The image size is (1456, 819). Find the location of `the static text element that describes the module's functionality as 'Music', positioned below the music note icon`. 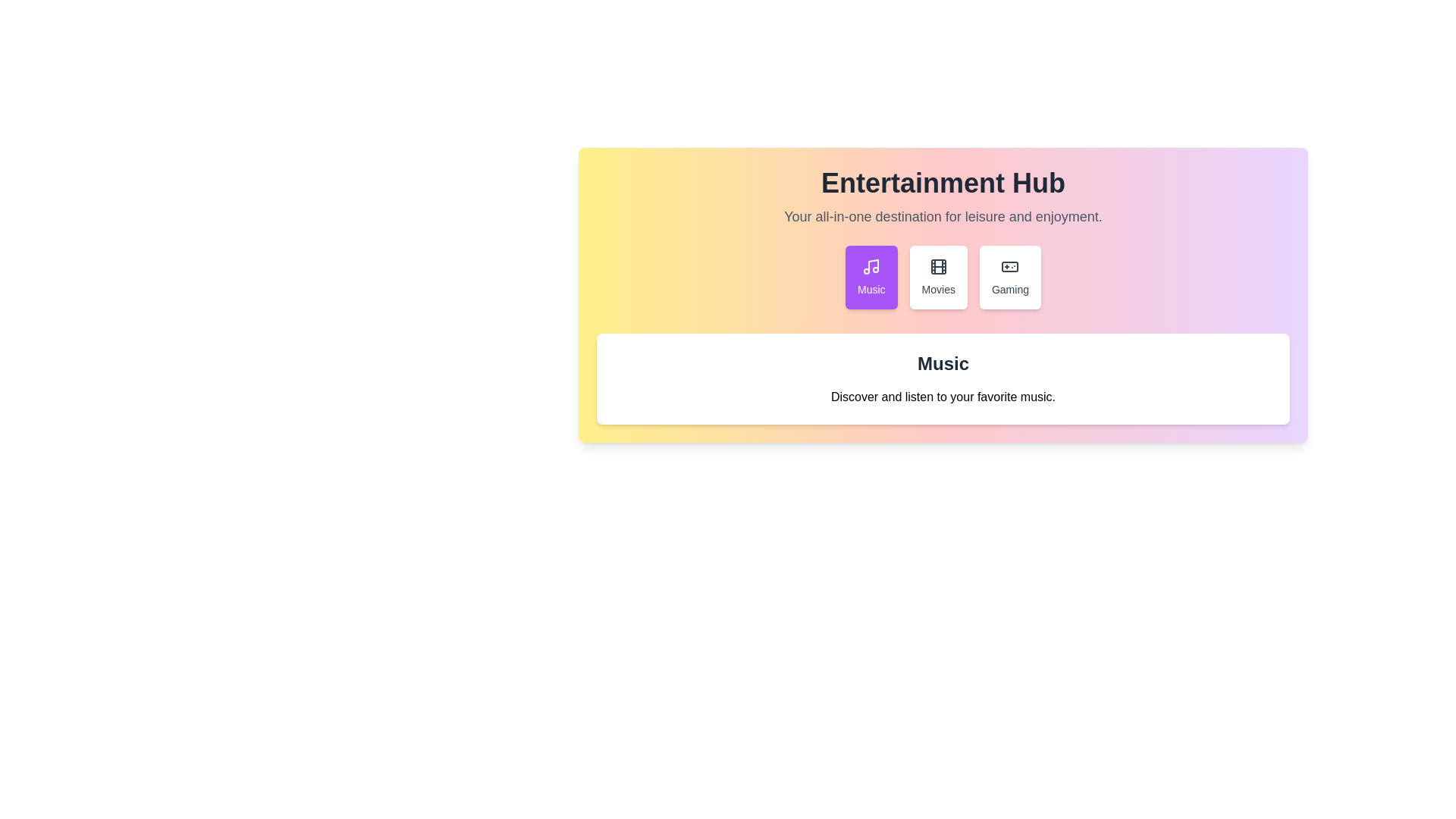

the static text element that describes the module's functionality as 'Music', positioned below the music note icon is located at coordinates (871, 289).